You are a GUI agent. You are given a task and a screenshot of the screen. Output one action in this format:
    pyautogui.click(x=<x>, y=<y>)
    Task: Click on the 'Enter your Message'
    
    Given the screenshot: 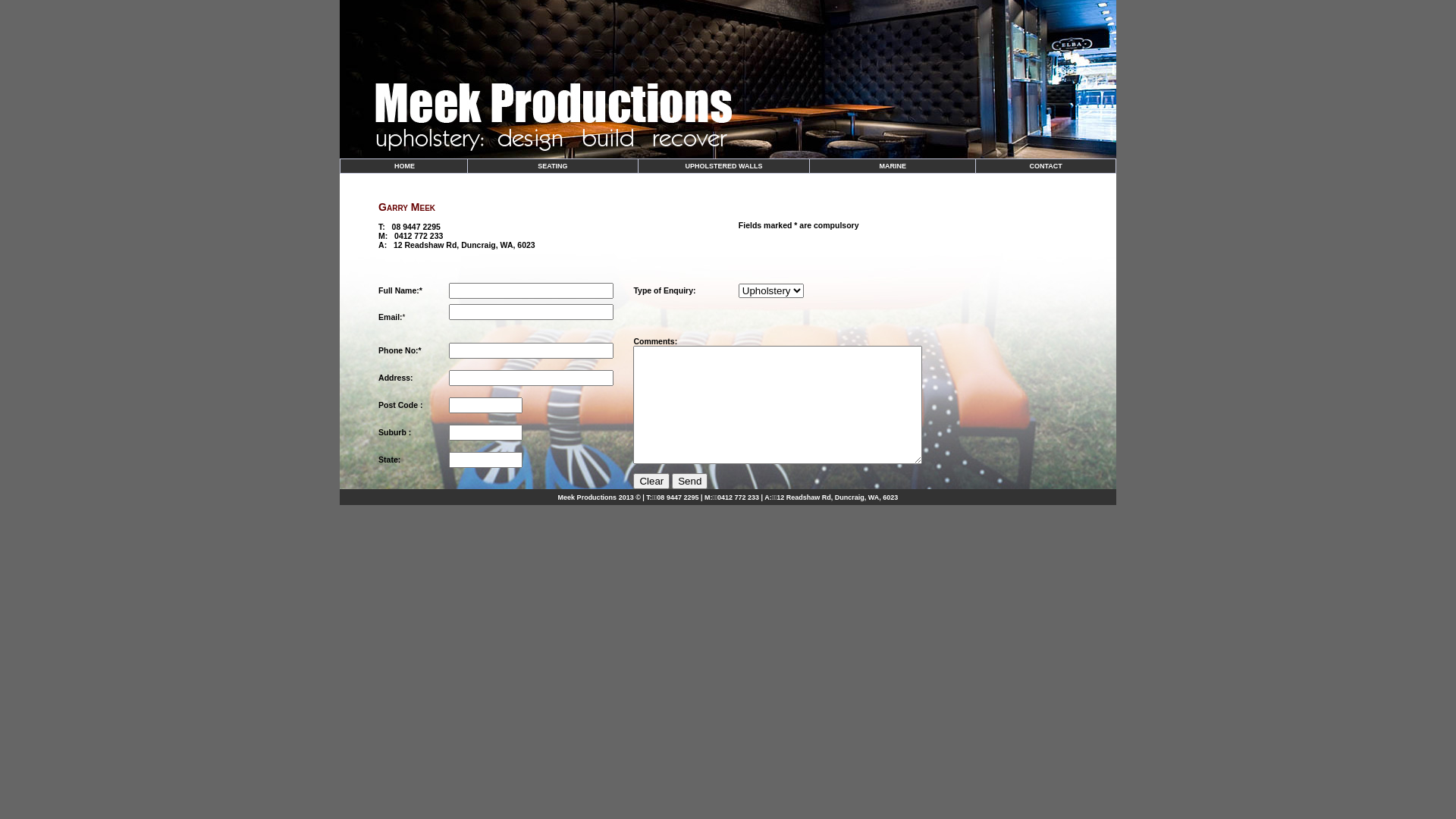 What is the action you would take?
    pyautogui.click(x=777, y=403)
    